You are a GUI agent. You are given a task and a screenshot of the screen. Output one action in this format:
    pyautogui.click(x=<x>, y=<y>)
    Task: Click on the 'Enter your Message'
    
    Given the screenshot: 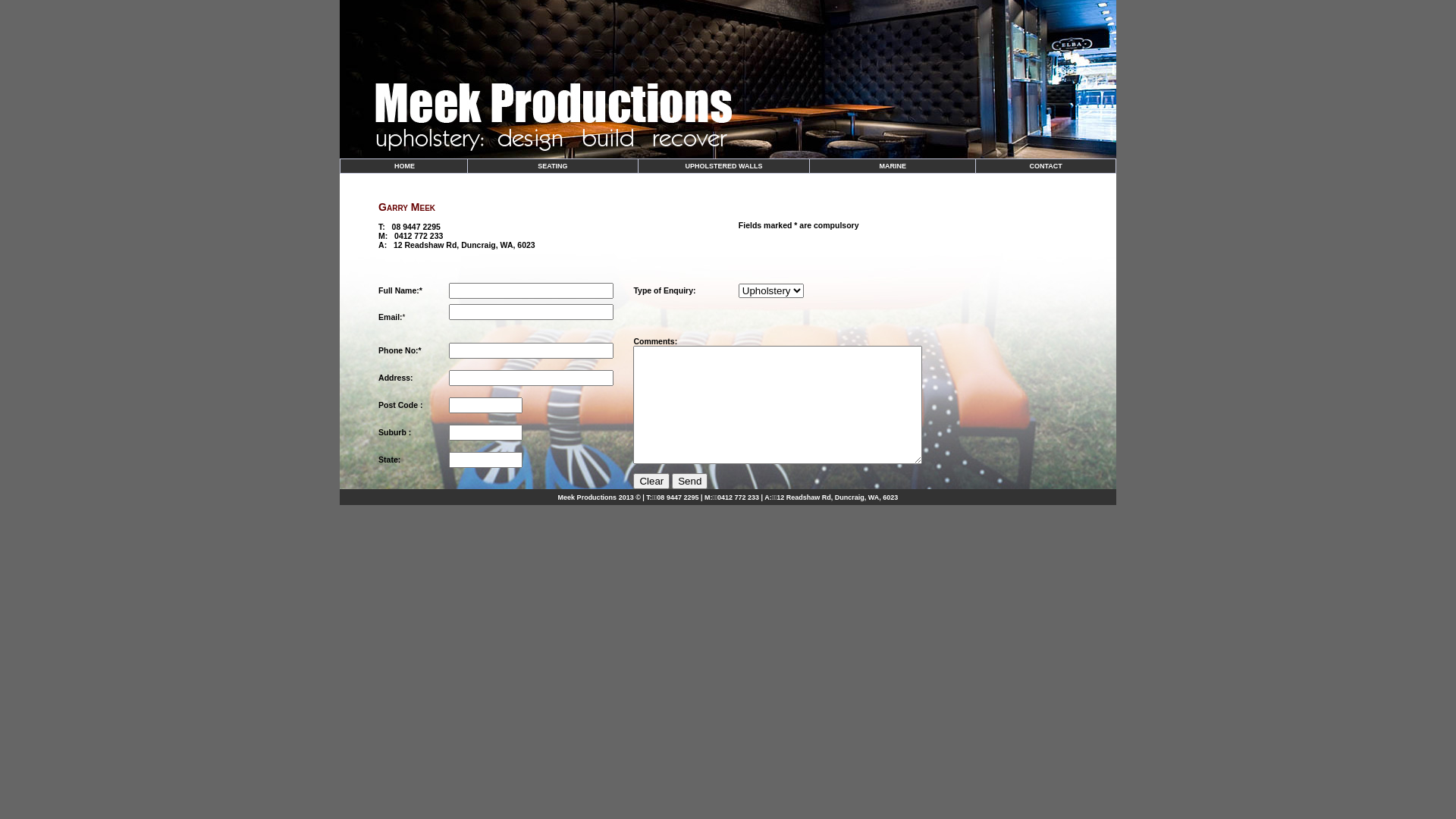 What is the action you would take?
    pyautogui.click(x=777, y=403)
    